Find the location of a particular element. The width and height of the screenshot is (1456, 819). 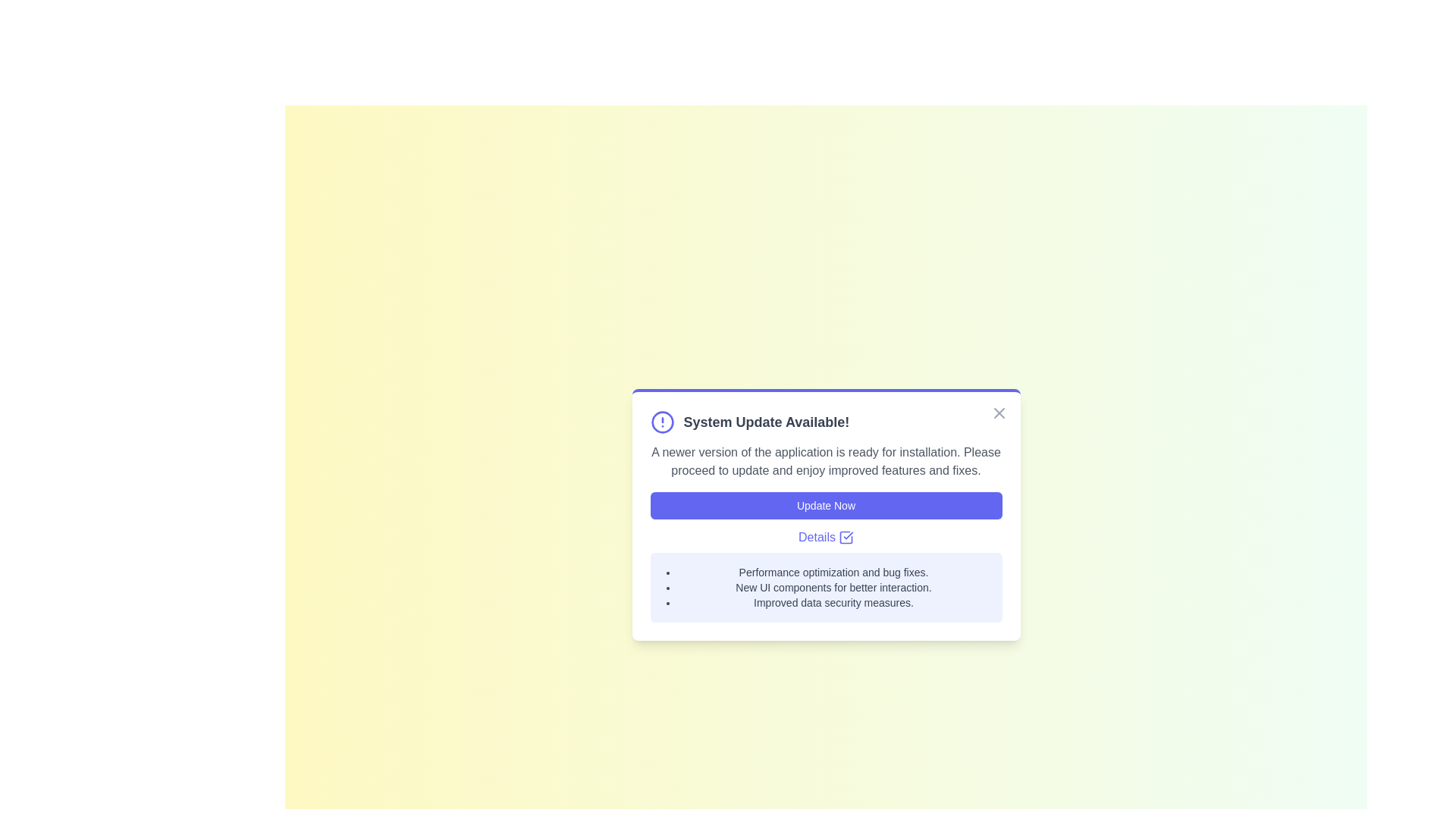

close button on the notification panel to close it is located at coordinates (999, 413).